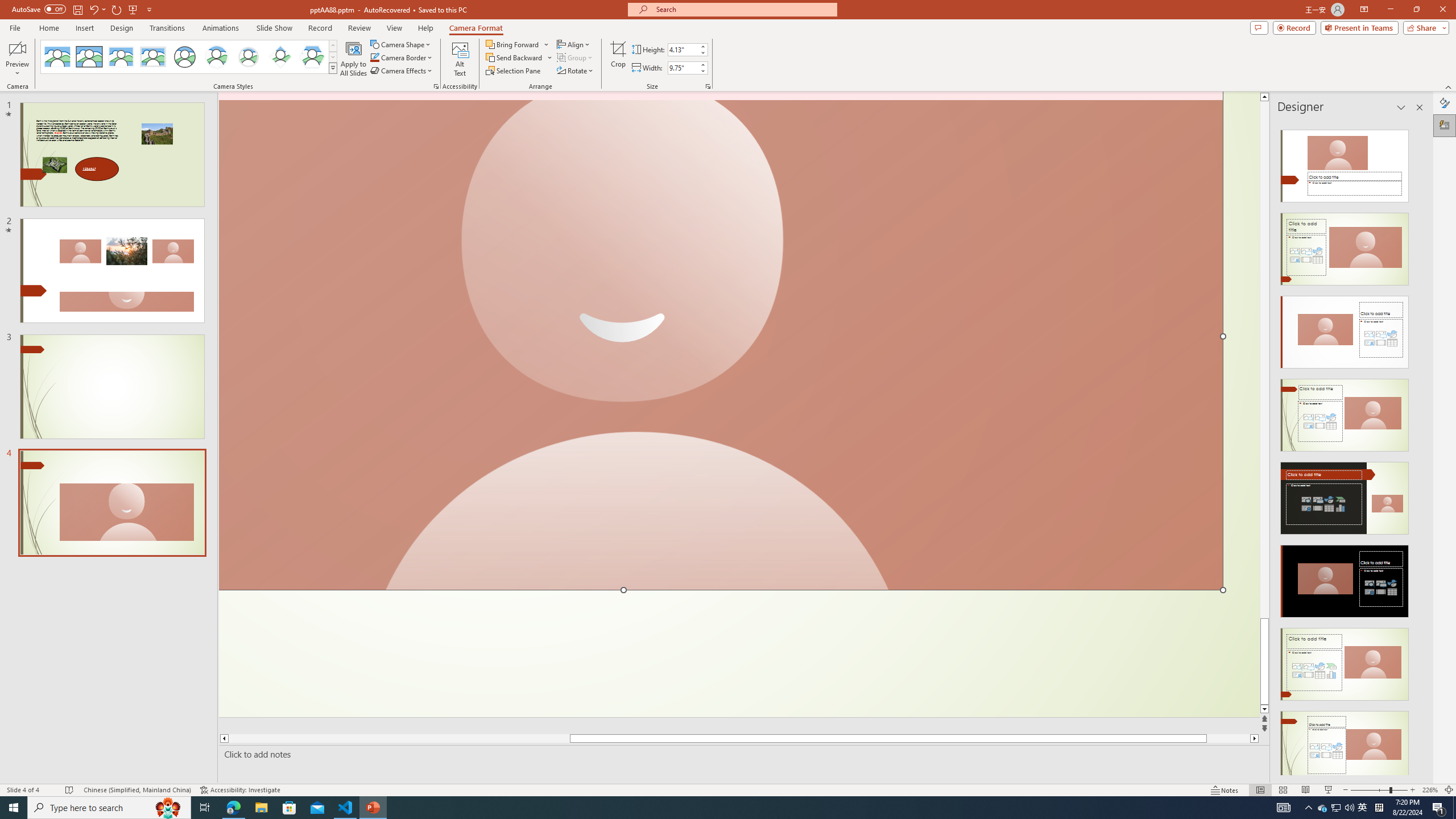 The width and height of the screenshot is (1456, 819). I want to click on 'Cameo Width', so click(682, 67).